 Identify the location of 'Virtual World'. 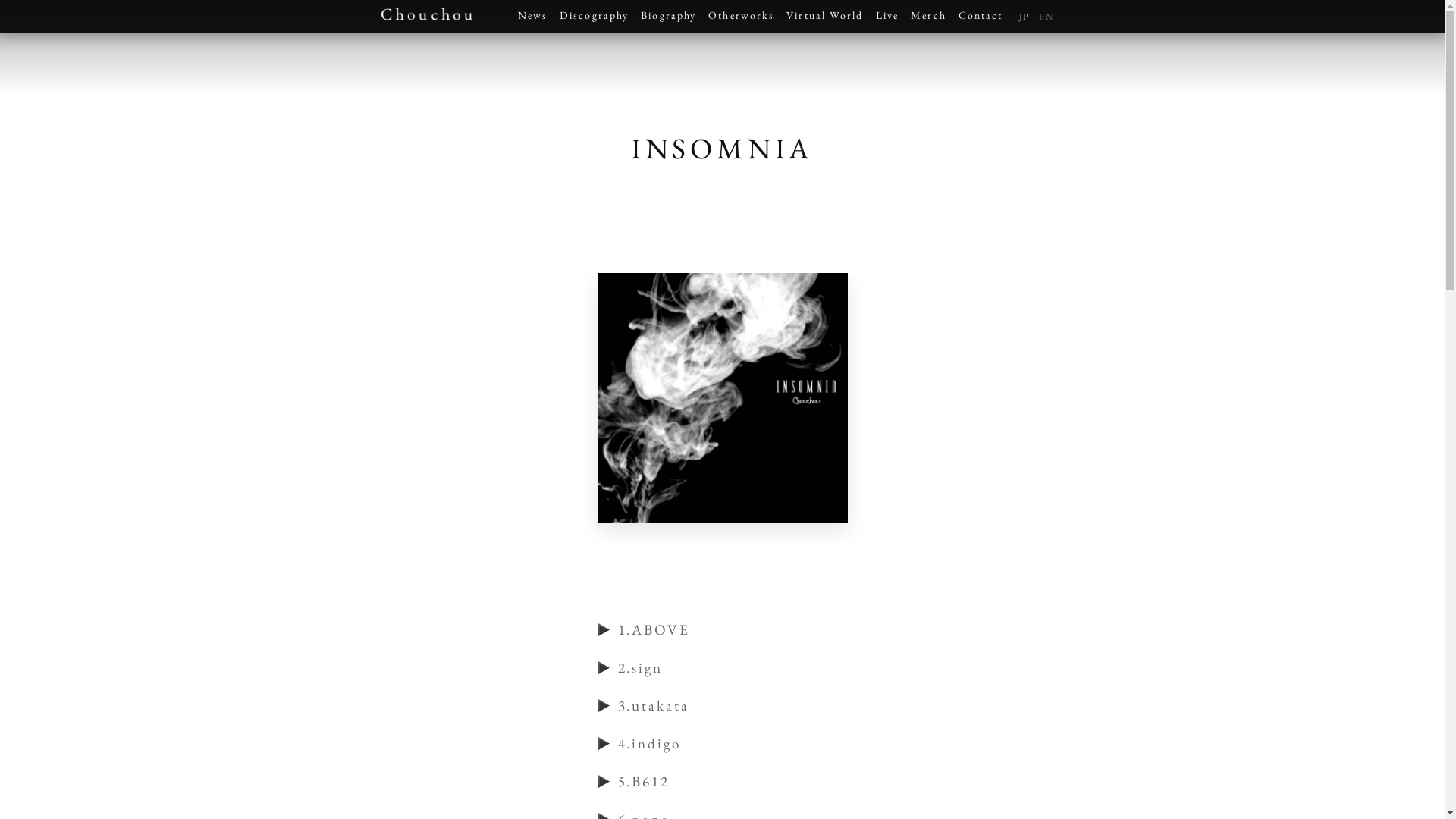
(824, 16).